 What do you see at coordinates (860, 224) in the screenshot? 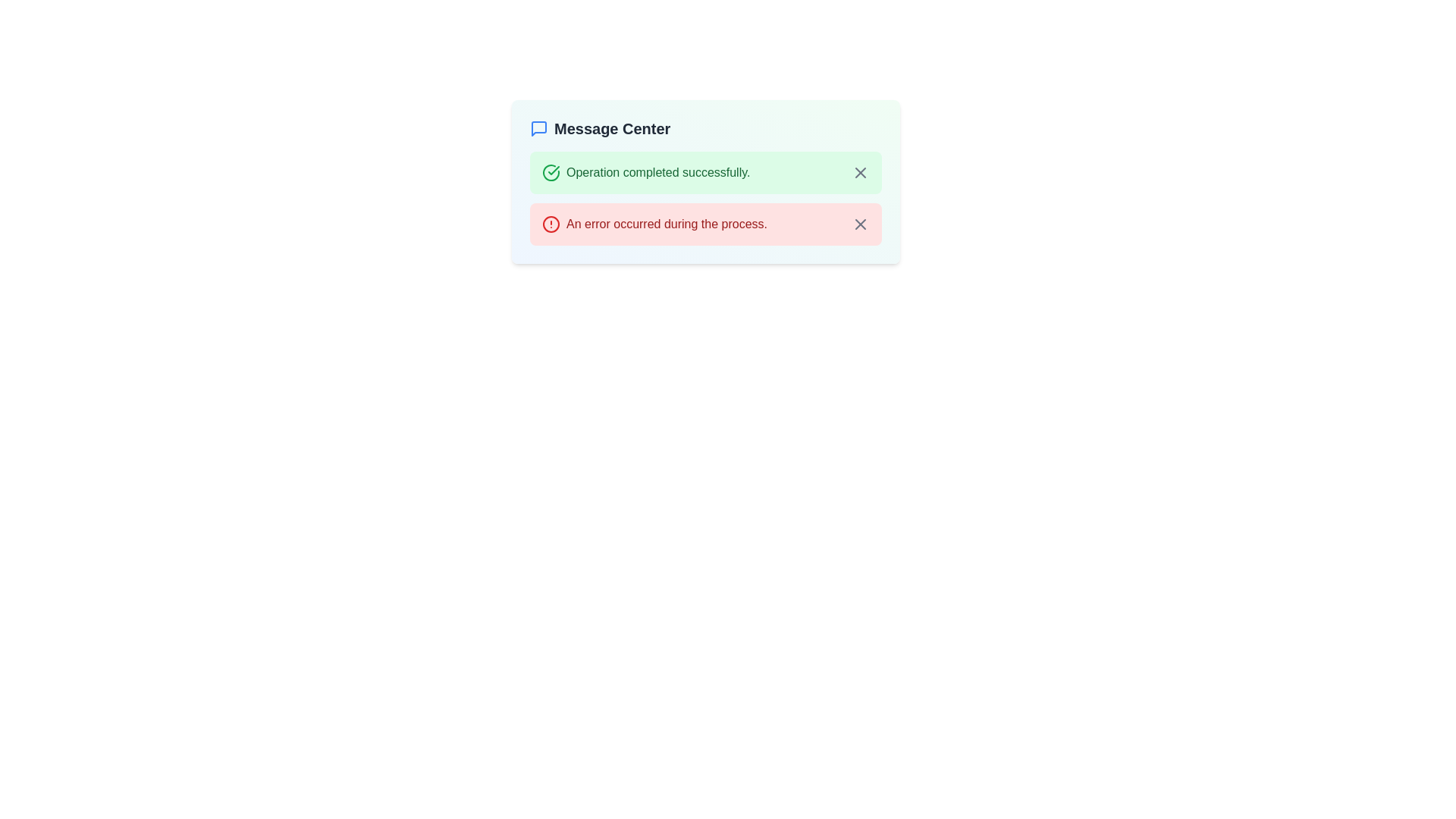
I see `the Close button icon located to the far right of the error message indicating 'An error occurred during the process'` at bounding box center [860, 224].